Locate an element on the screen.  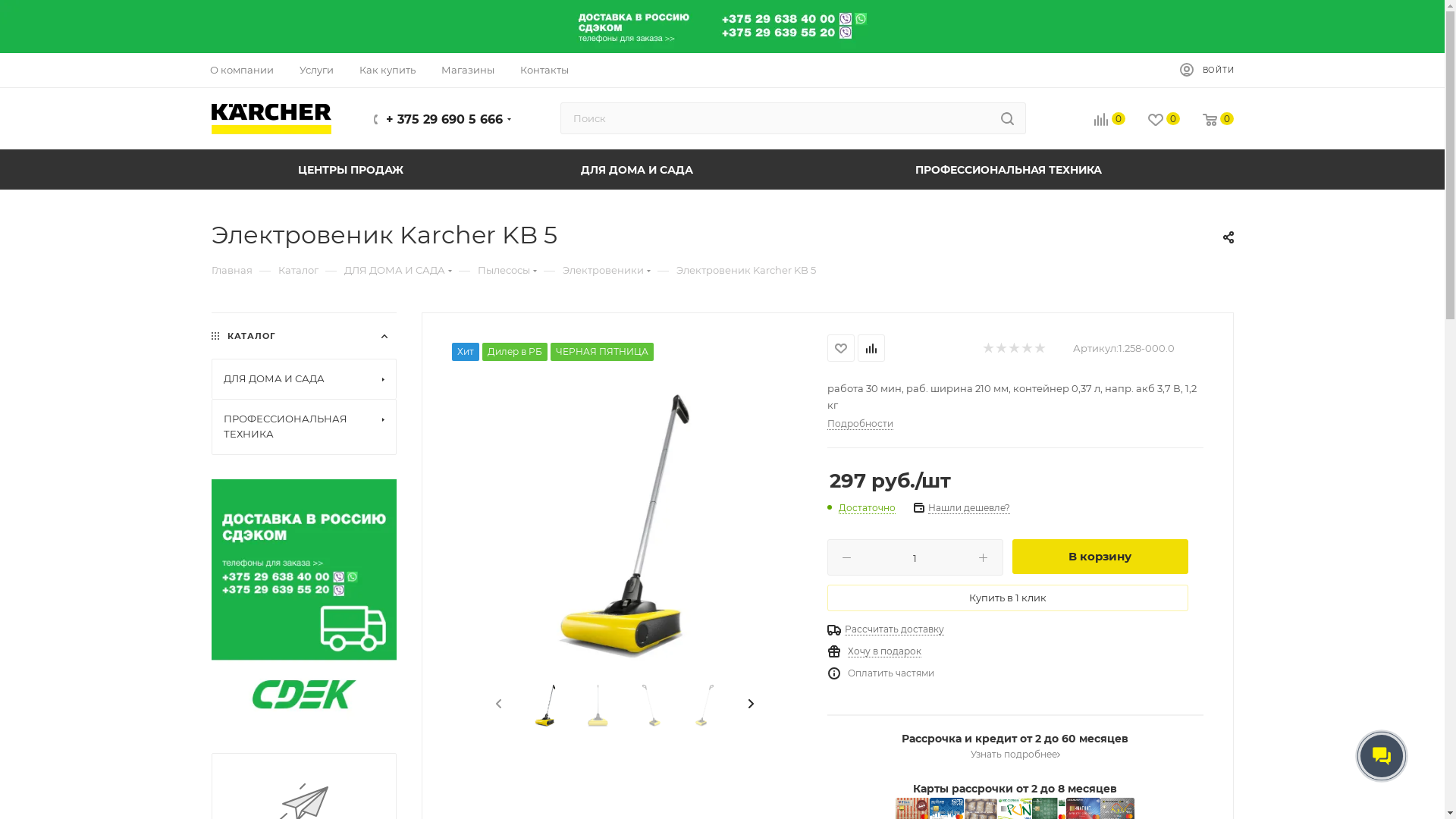
'+ 375 29 690 5 666' is located at coordinates (443, 118).